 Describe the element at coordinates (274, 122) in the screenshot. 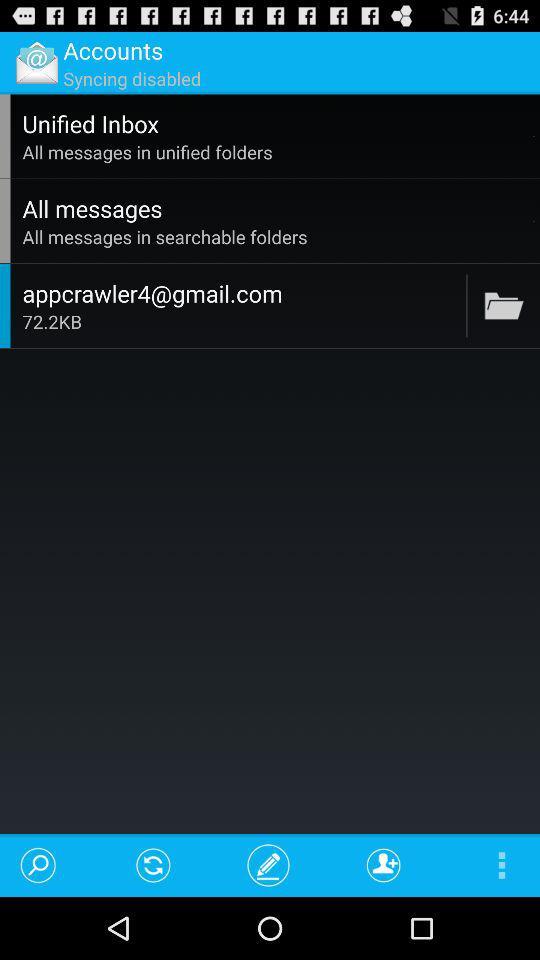

I see `icon below syncing disabled app` at that location.